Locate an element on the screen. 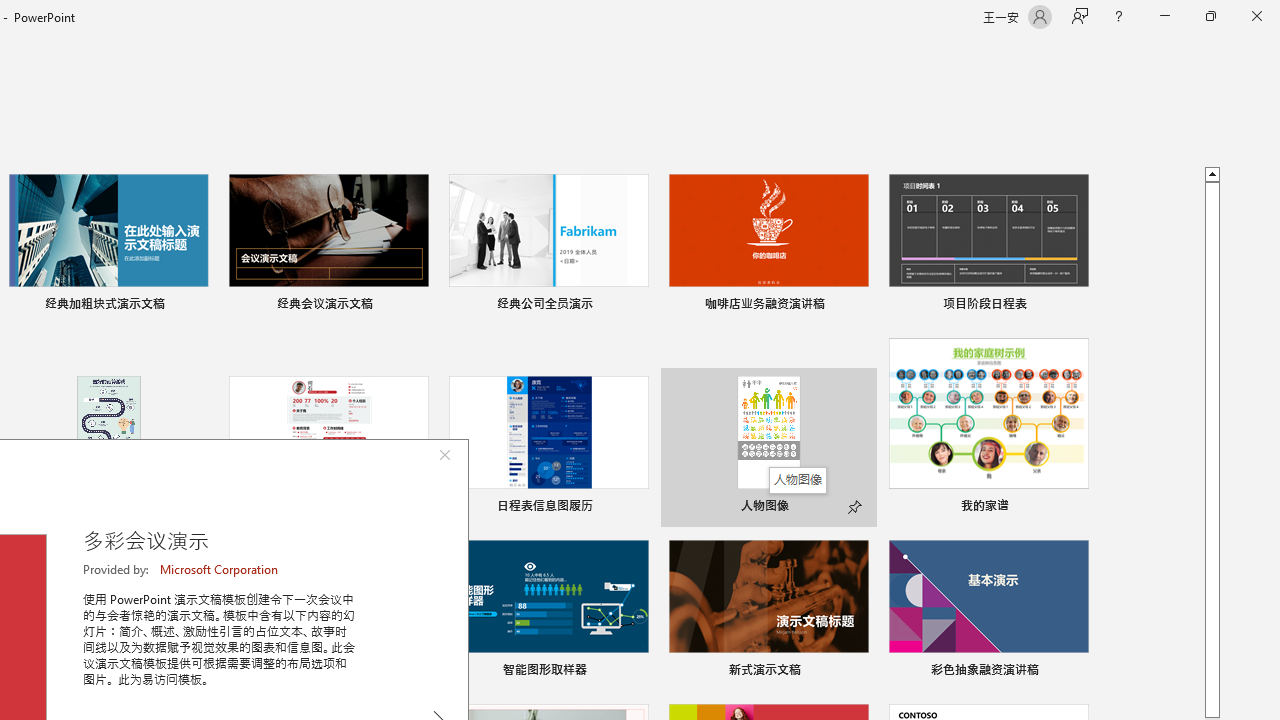 Image resolution: width=1280 pixels, height=720 pixels. 'Pin to list' is located at coordinates (1074, 672).